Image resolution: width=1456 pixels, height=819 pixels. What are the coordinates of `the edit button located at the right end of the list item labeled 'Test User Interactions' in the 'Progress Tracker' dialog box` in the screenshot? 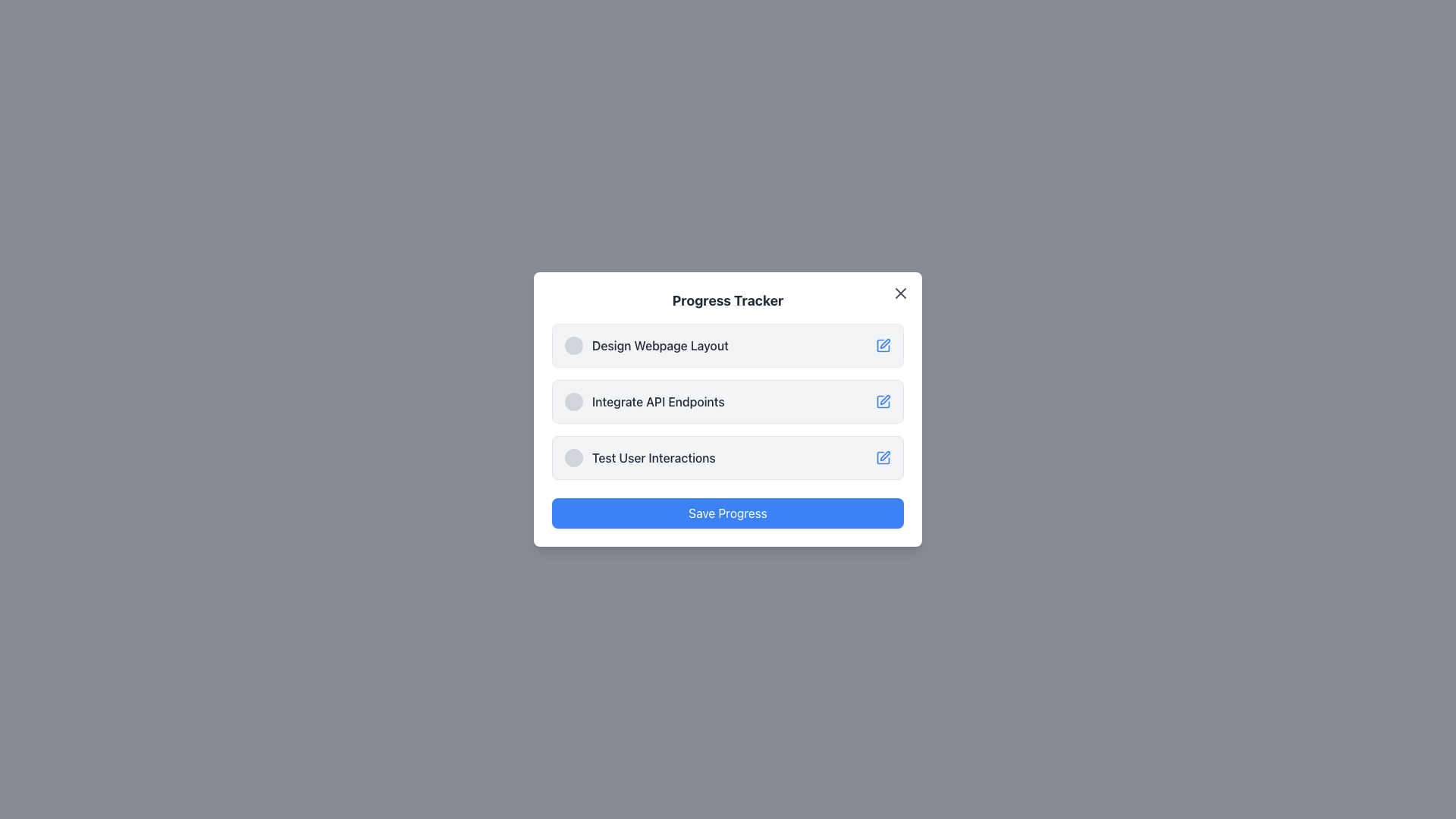 It's located at (883, 457).